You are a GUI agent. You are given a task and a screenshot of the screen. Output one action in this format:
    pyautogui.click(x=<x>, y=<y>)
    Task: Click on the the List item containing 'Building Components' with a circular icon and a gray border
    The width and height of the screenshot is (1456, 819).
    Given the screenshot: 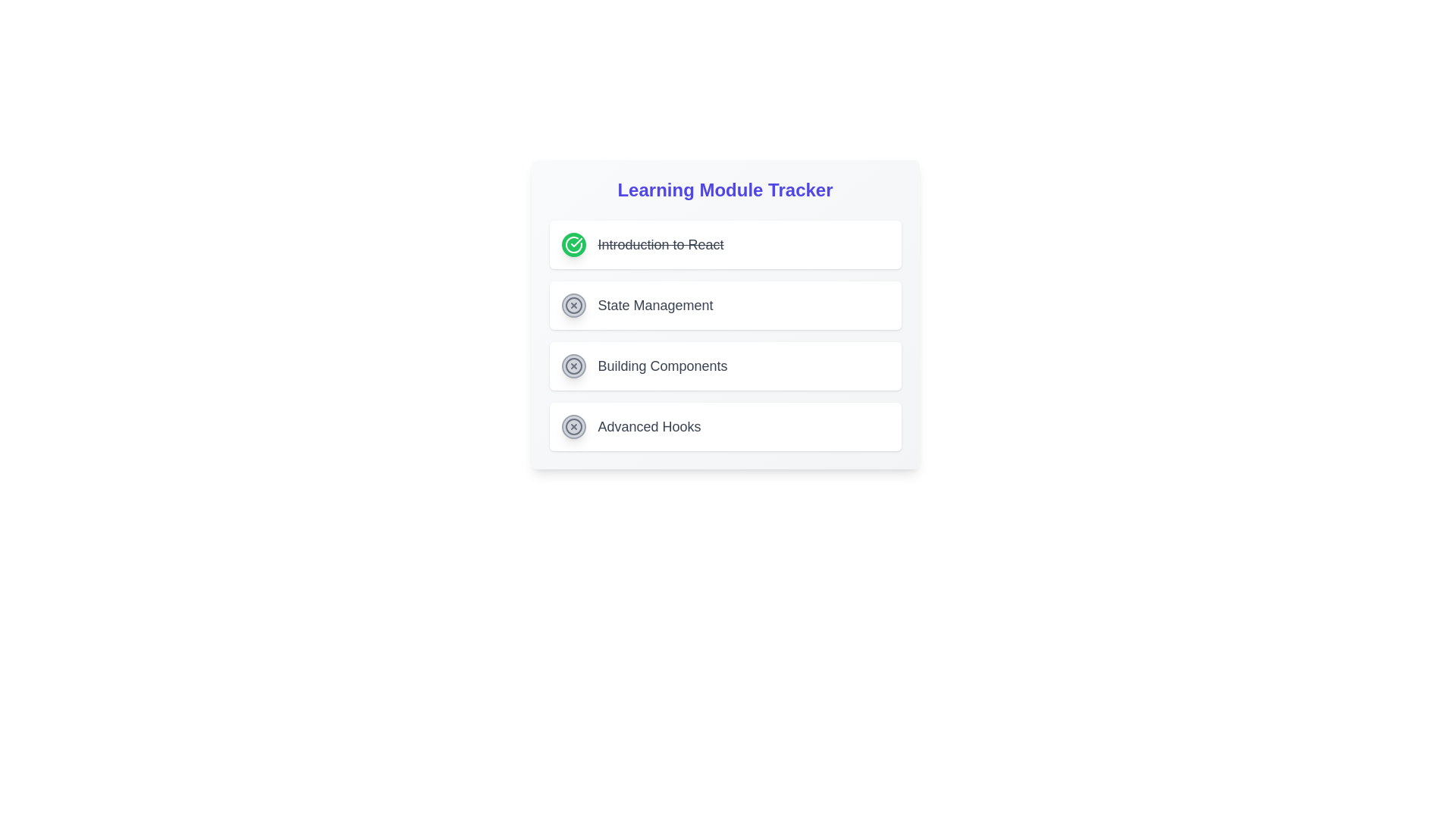 What is the action you would take?
    pyautogui.click(x=724, y=366)
    